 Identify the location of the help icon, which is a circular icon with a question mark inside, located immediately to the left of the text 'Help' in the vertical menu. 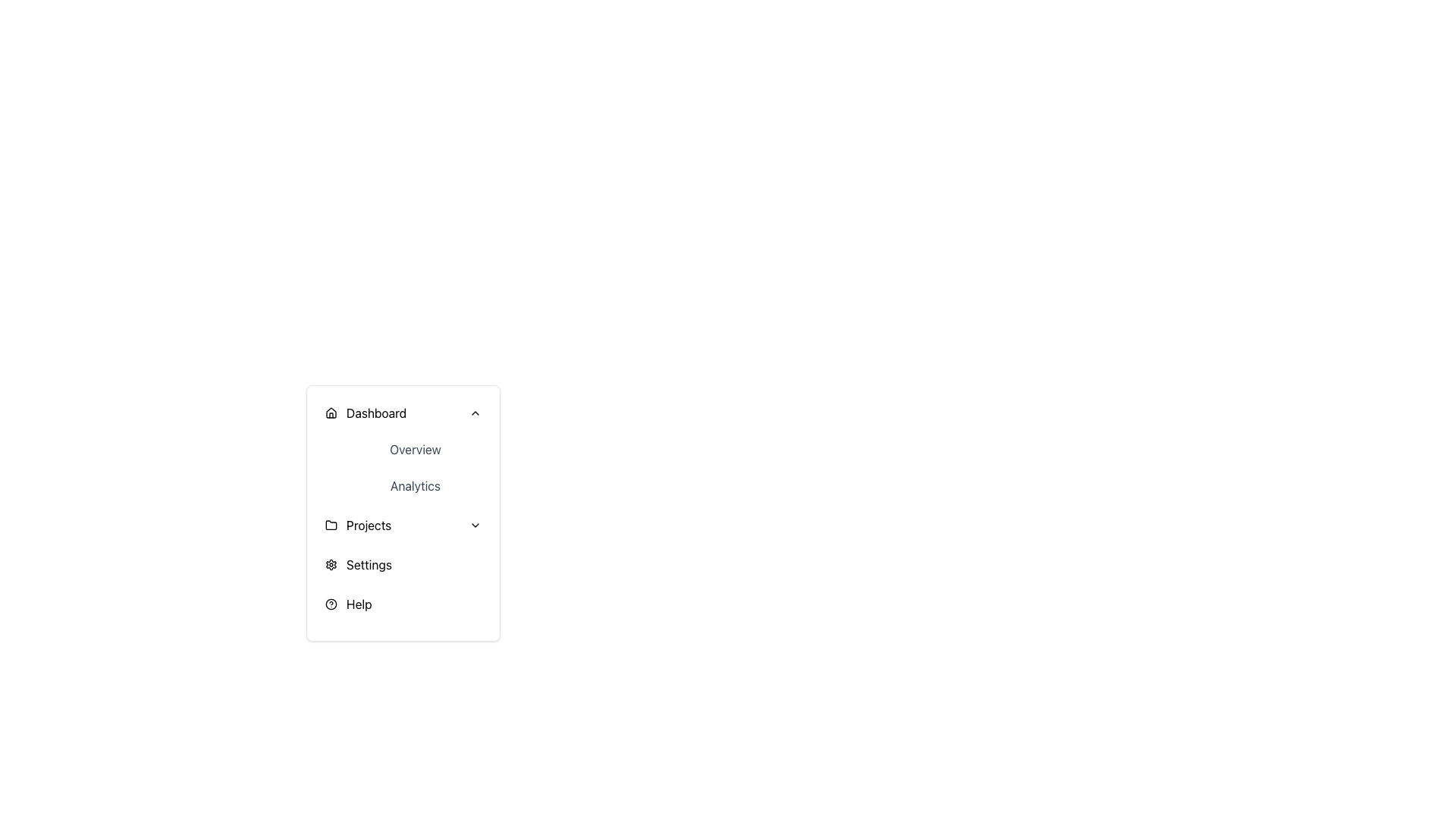
(330, 604).